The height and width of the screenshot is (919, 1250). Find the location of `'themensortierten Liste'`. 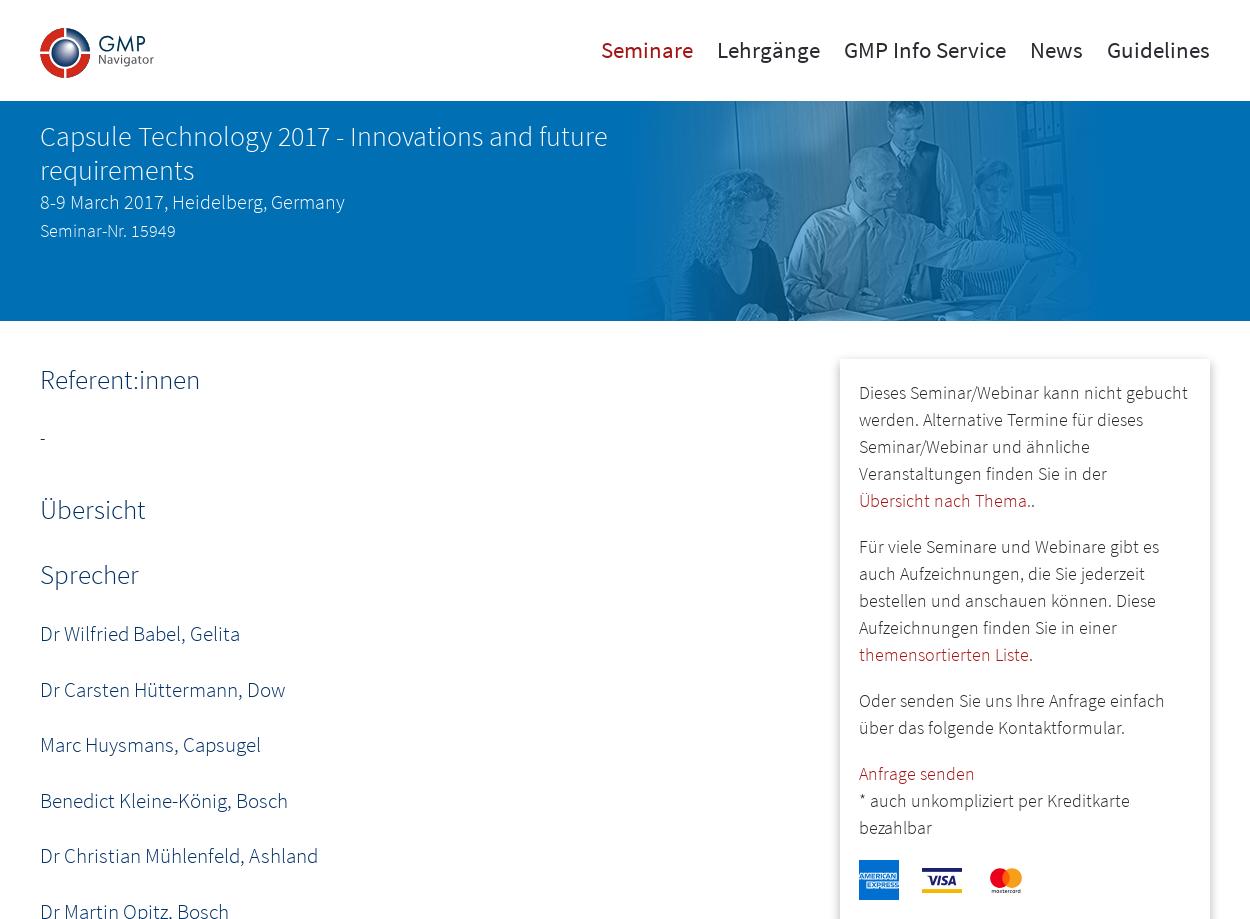

'themensortierten Liste' is located at coordinates (943, 652).